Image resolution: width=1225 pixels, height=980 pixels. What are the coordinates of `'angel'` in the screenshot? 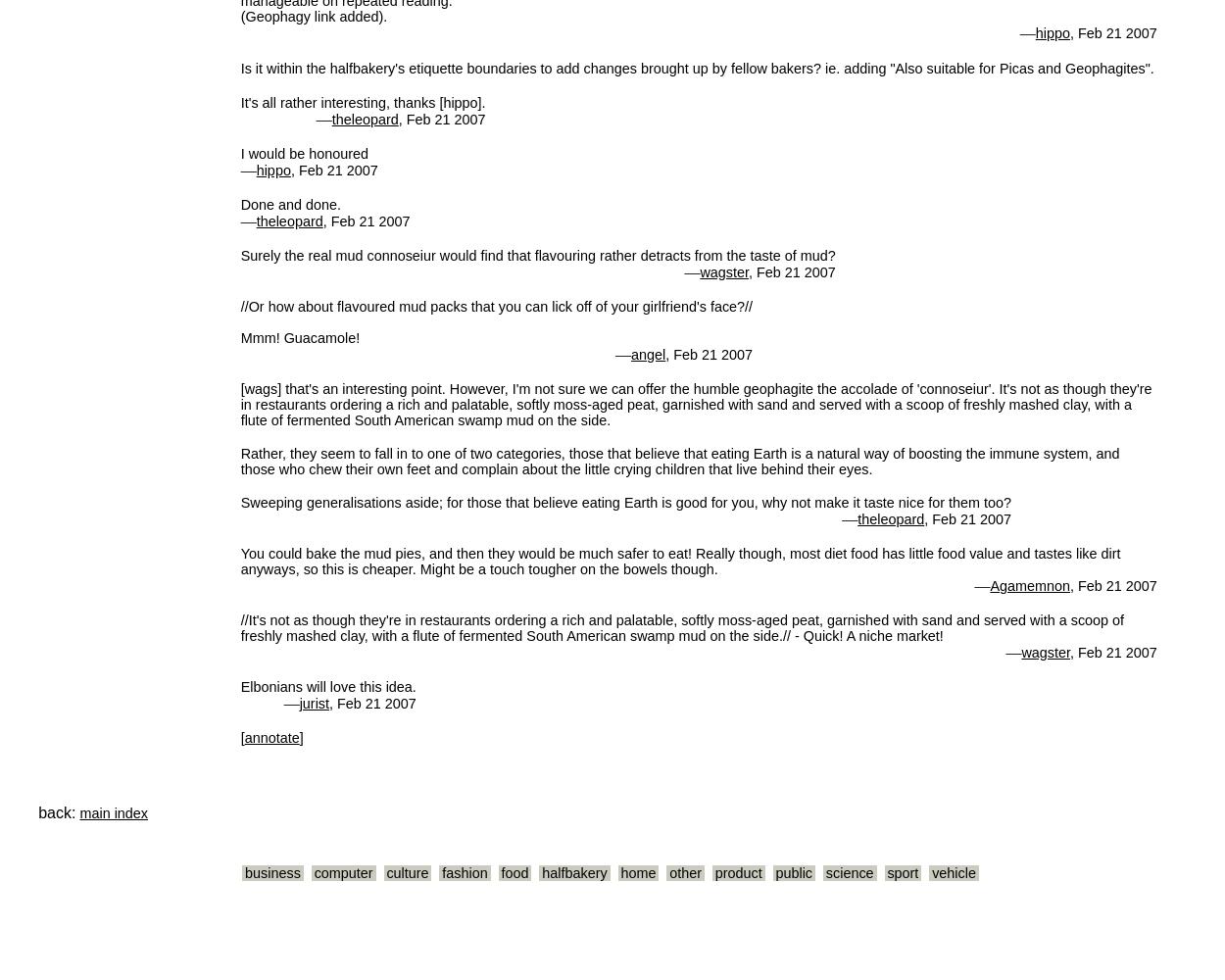 It's located at (648, 353).